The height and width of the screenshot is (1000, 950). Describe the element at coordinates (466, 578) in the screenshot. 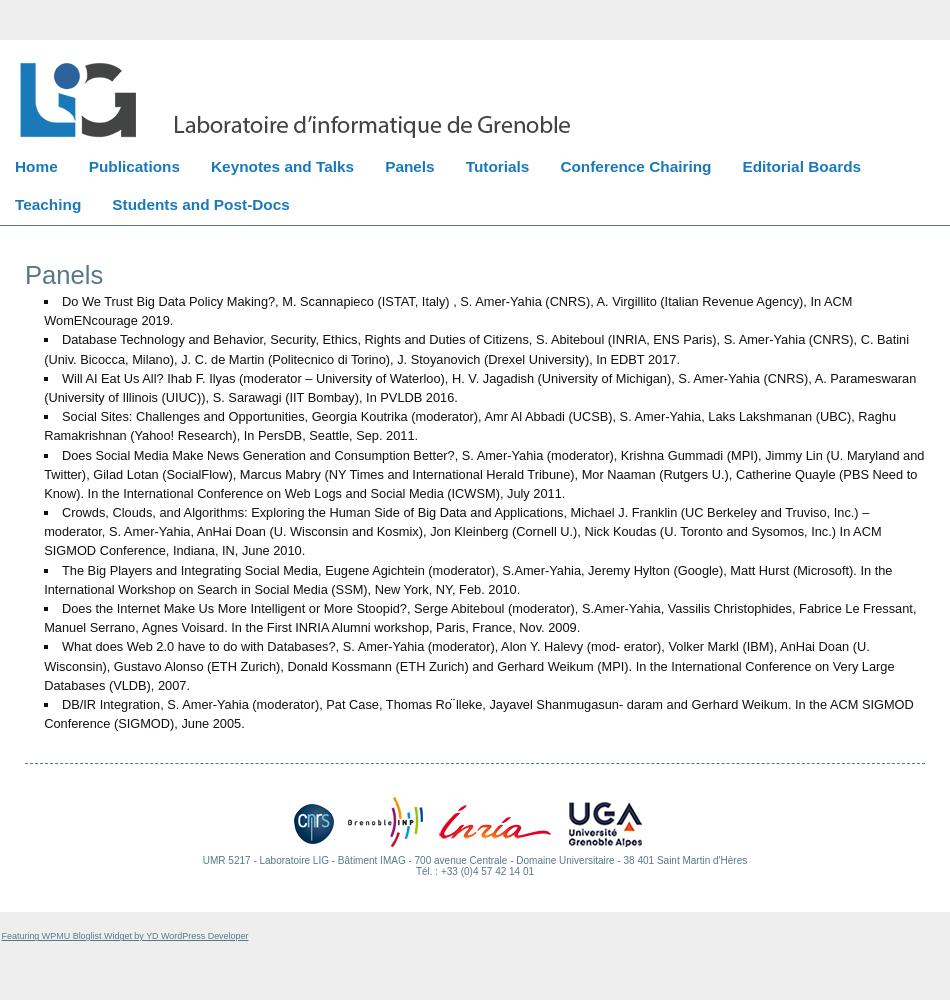

I see `'The Big Players and Integrating Social Media, Eugene Agichtein (moderator), S.Amer-Yahia, Jeremy Hylton (Google), Matt Hurst (Microsoft). In the International Workshop on Search in Social Media (SSM), New York, NY, Feb. 2010.'` at that location.